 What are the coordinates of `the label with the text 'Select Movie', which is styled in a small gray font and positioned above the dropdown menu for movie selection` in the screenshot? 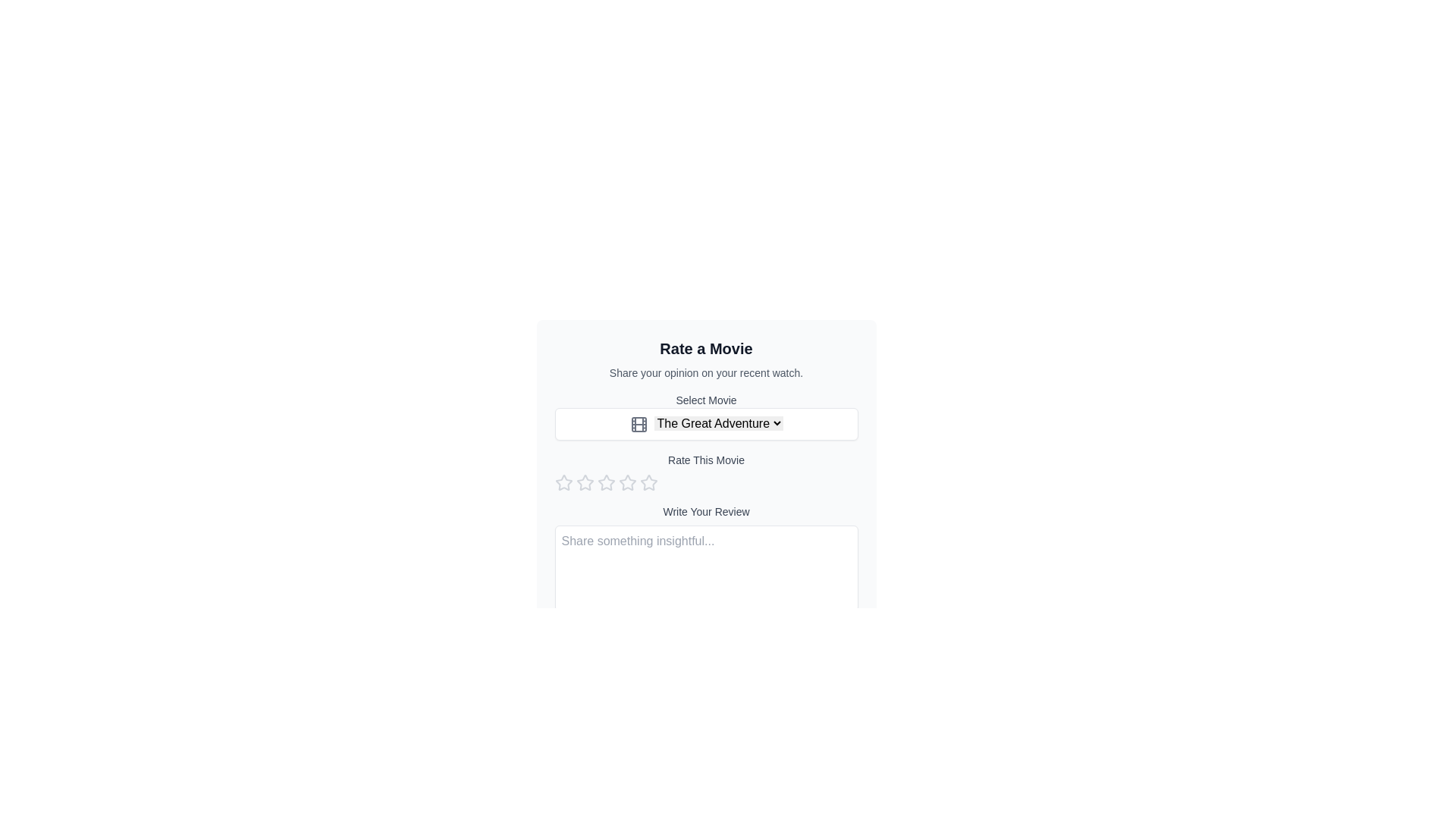 It's located at (705, 400).